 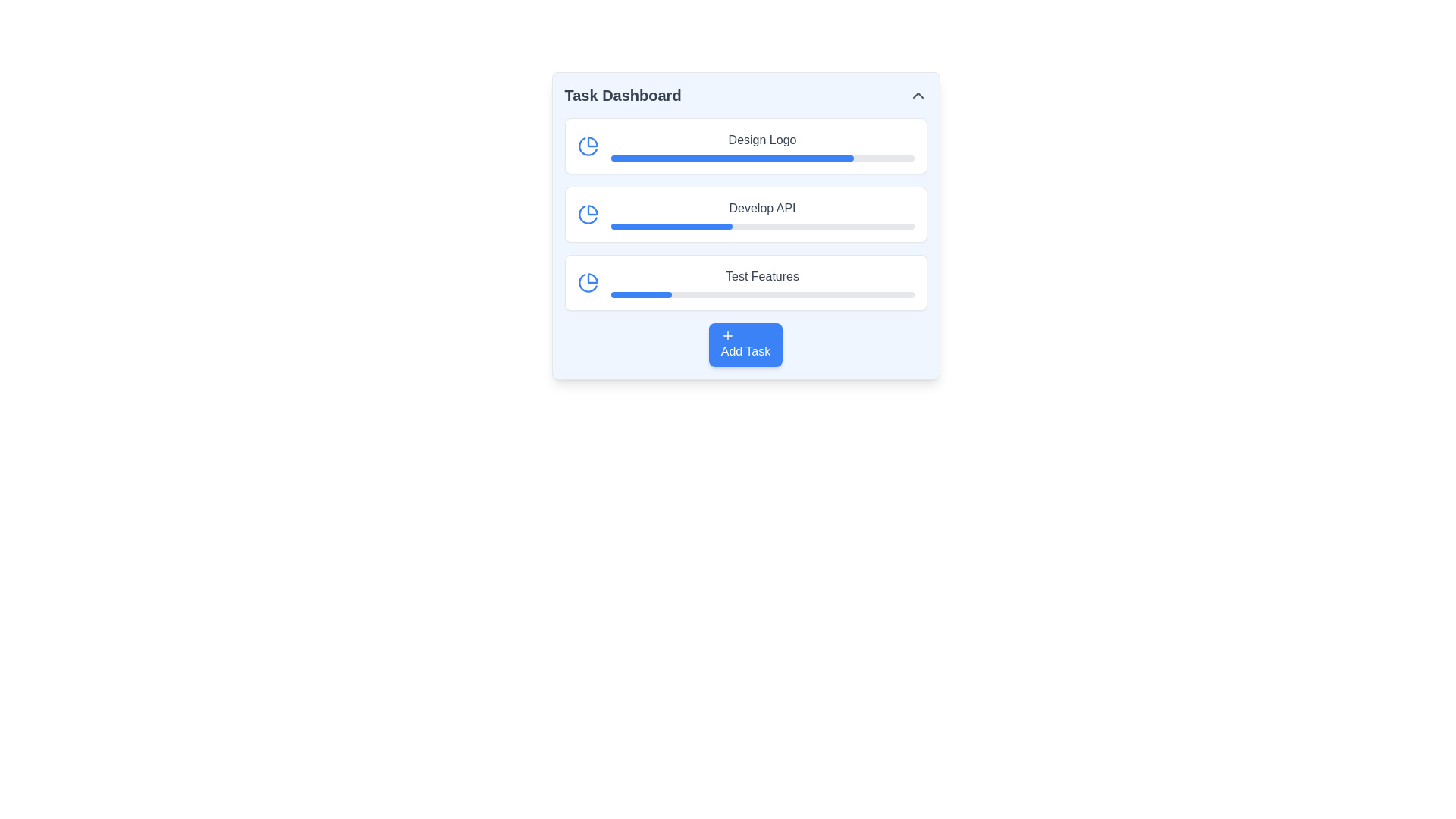 I want to click on the horizontal progress bar with a gray background and blue filled segment located below the 'Develop API' text label in the second task row, so click(x=762, y=227).